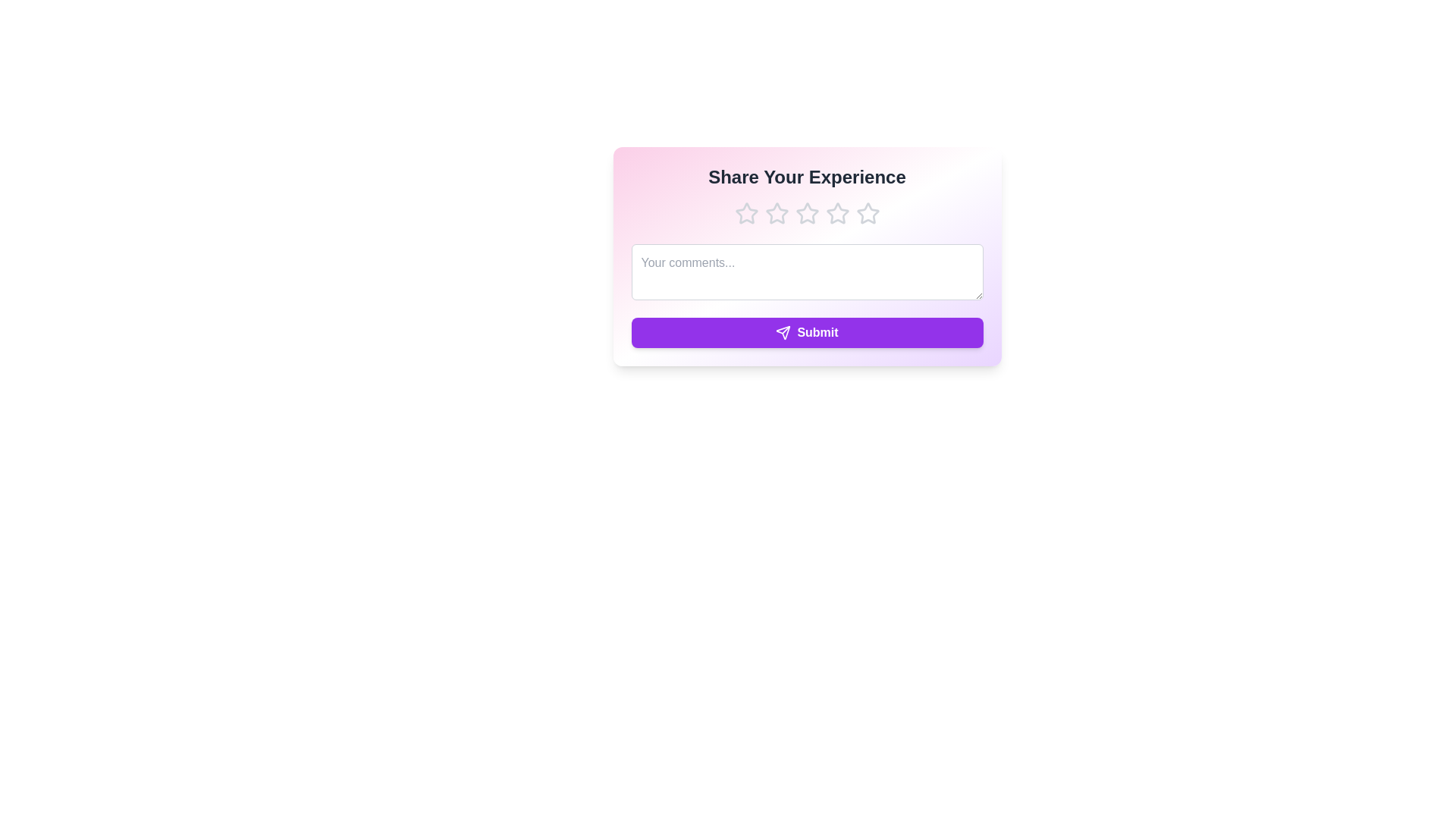 The width and height of the screenshot is (1456, 819). I want to click on the third star in the rating component, so click(806, 213).